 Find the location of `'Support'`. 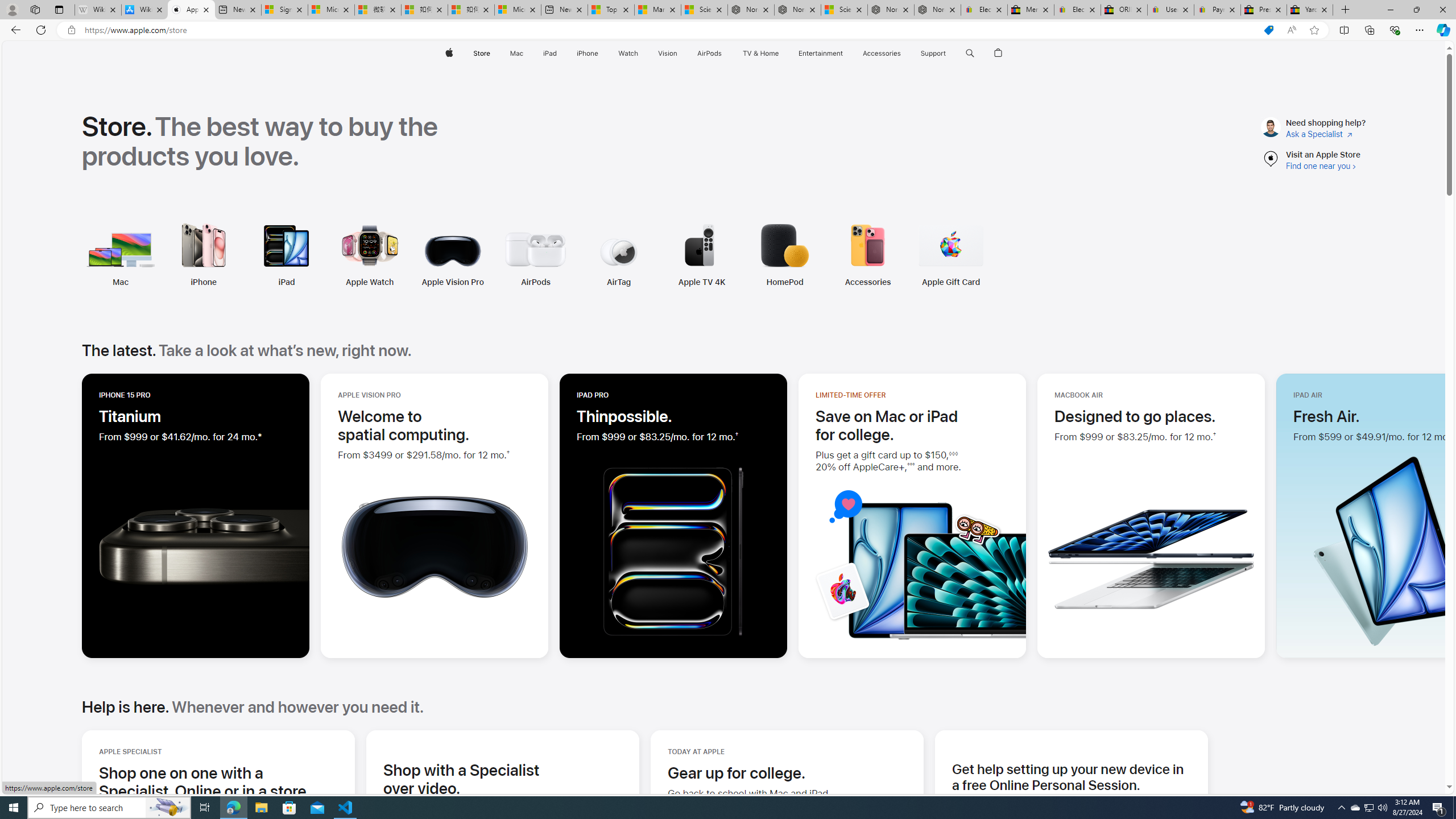

'Support' is located at coordinates (932, 53).